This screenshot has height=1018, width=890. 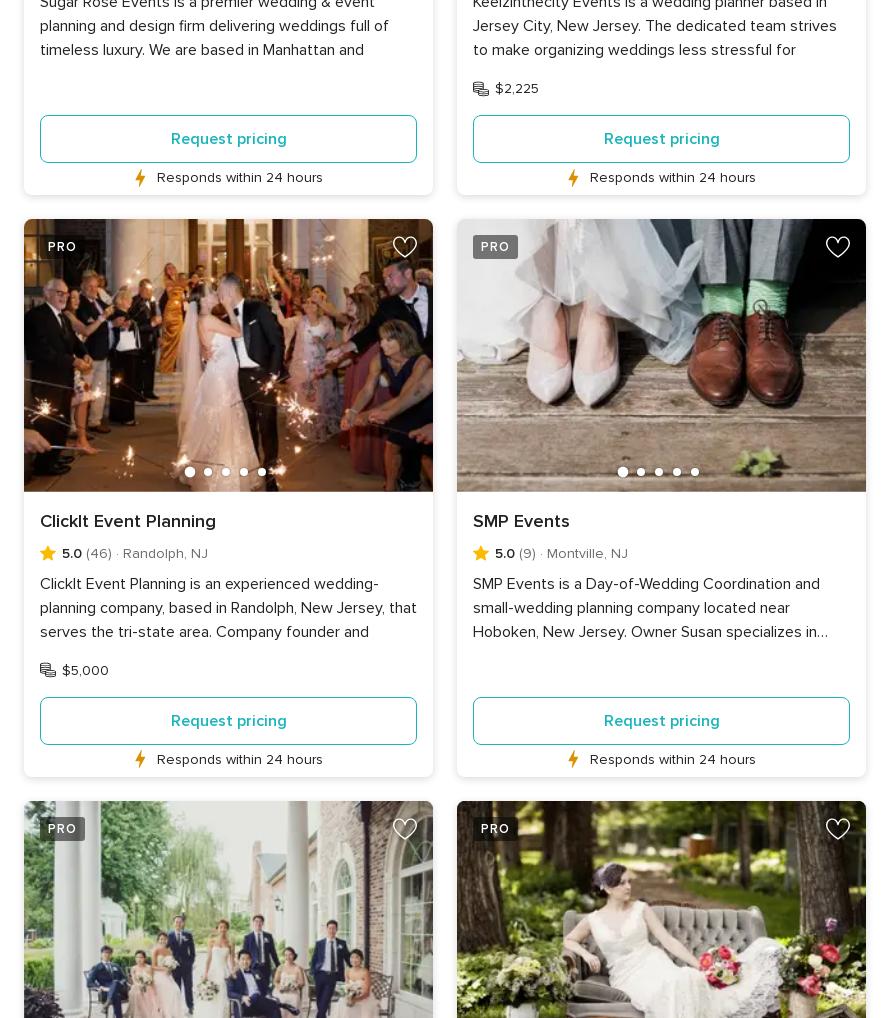 What do you see at coordinates (525, 551) in the screenshot?
I see `'(9)'` at bounding box center [525, 551].